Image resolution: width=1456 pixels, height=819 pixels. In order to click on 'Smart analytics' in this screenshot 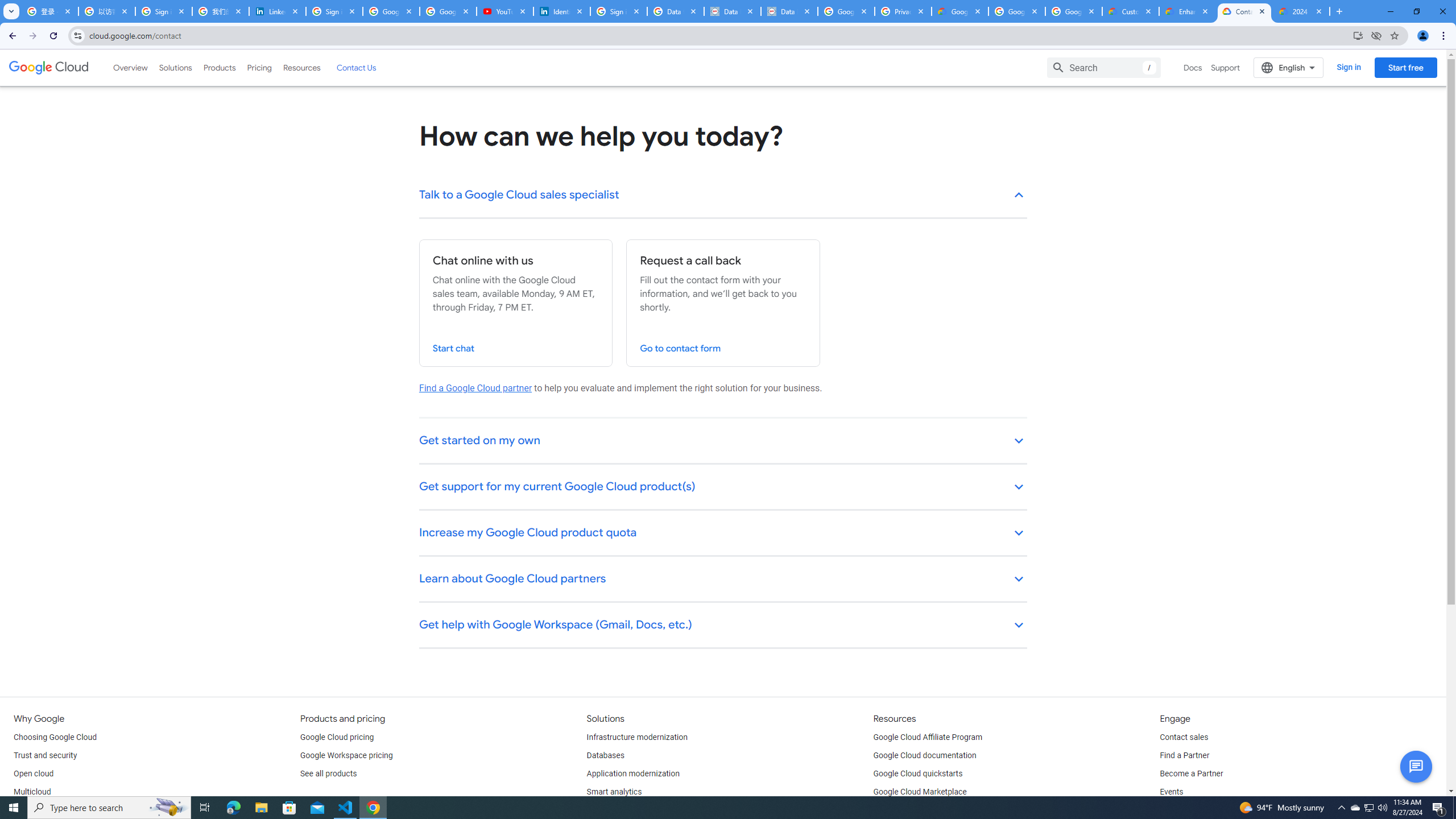, I will do `click(614, 791)`.